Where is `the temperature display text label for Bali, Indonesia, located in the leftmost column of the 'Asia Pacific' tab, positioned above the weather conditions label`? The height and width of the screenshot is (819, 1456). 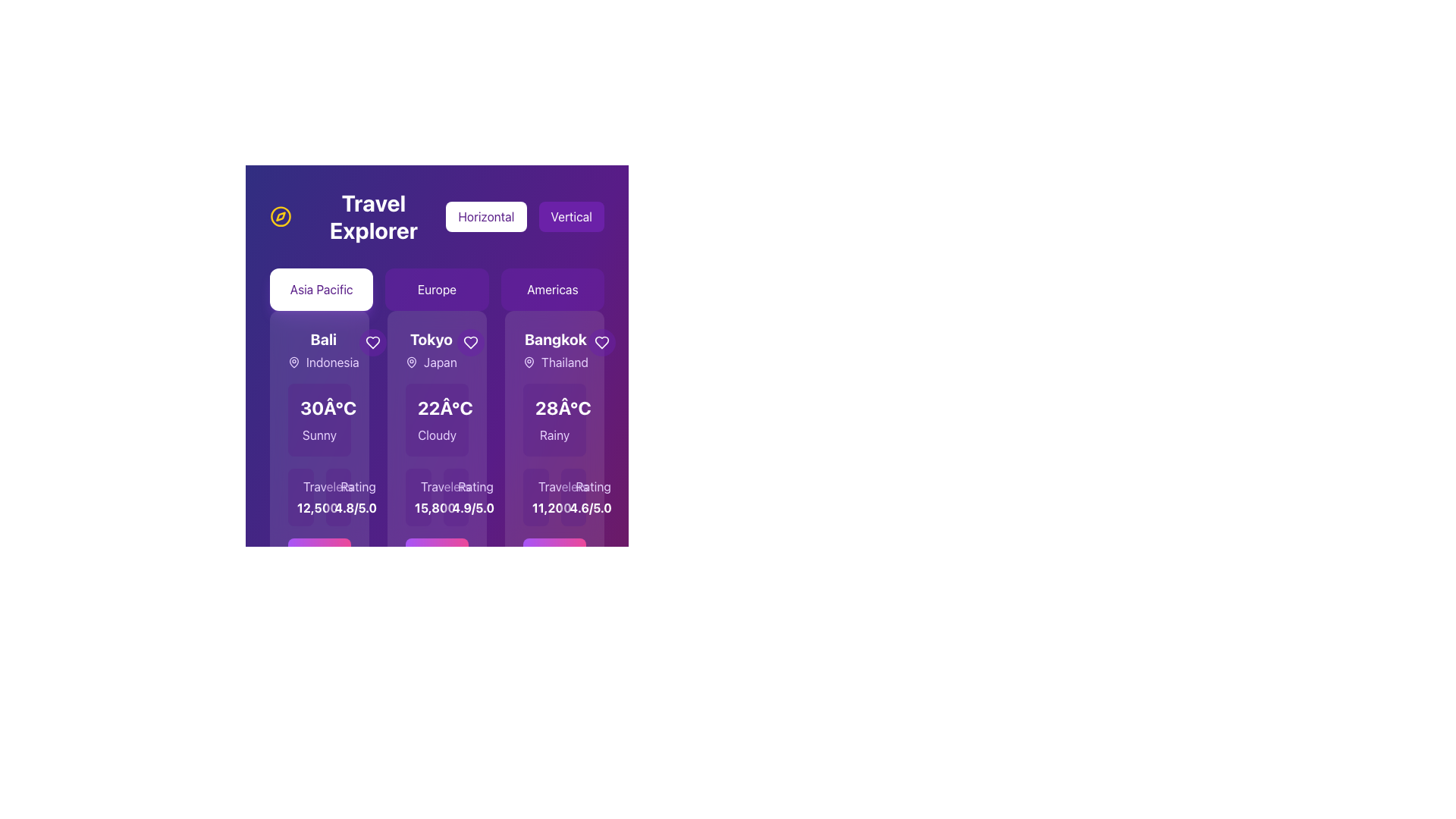 the temperature display text label for Bali, Indonesia, located in the leftmost column of the 'Asia Pacific' tab, positioned above the weather conditions label is located at coordinates (328, 406).